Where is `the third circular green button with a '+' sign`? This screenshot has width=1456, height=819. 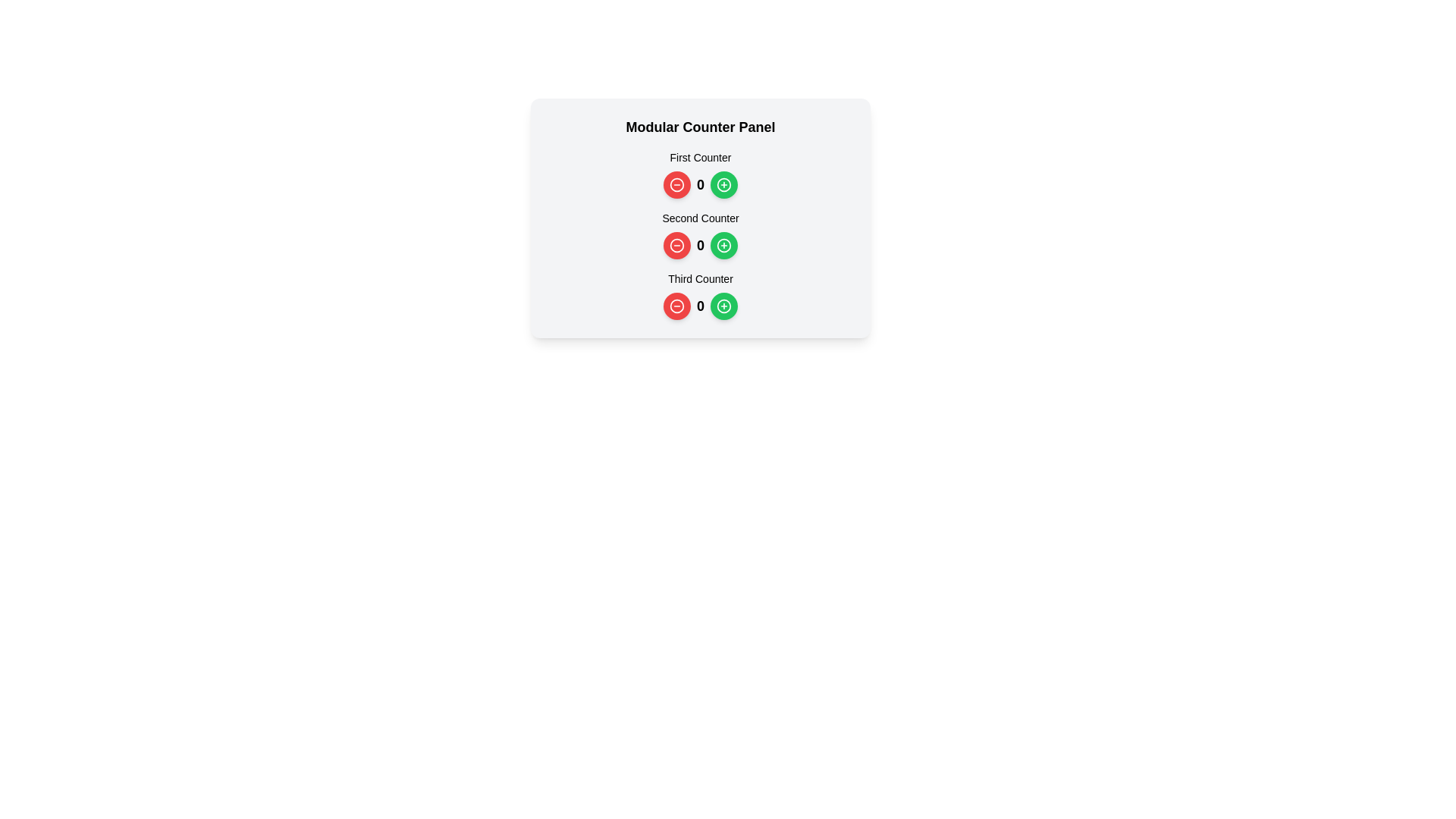 the third circular green button with a '+' sign is located at coordinates (723, 306).